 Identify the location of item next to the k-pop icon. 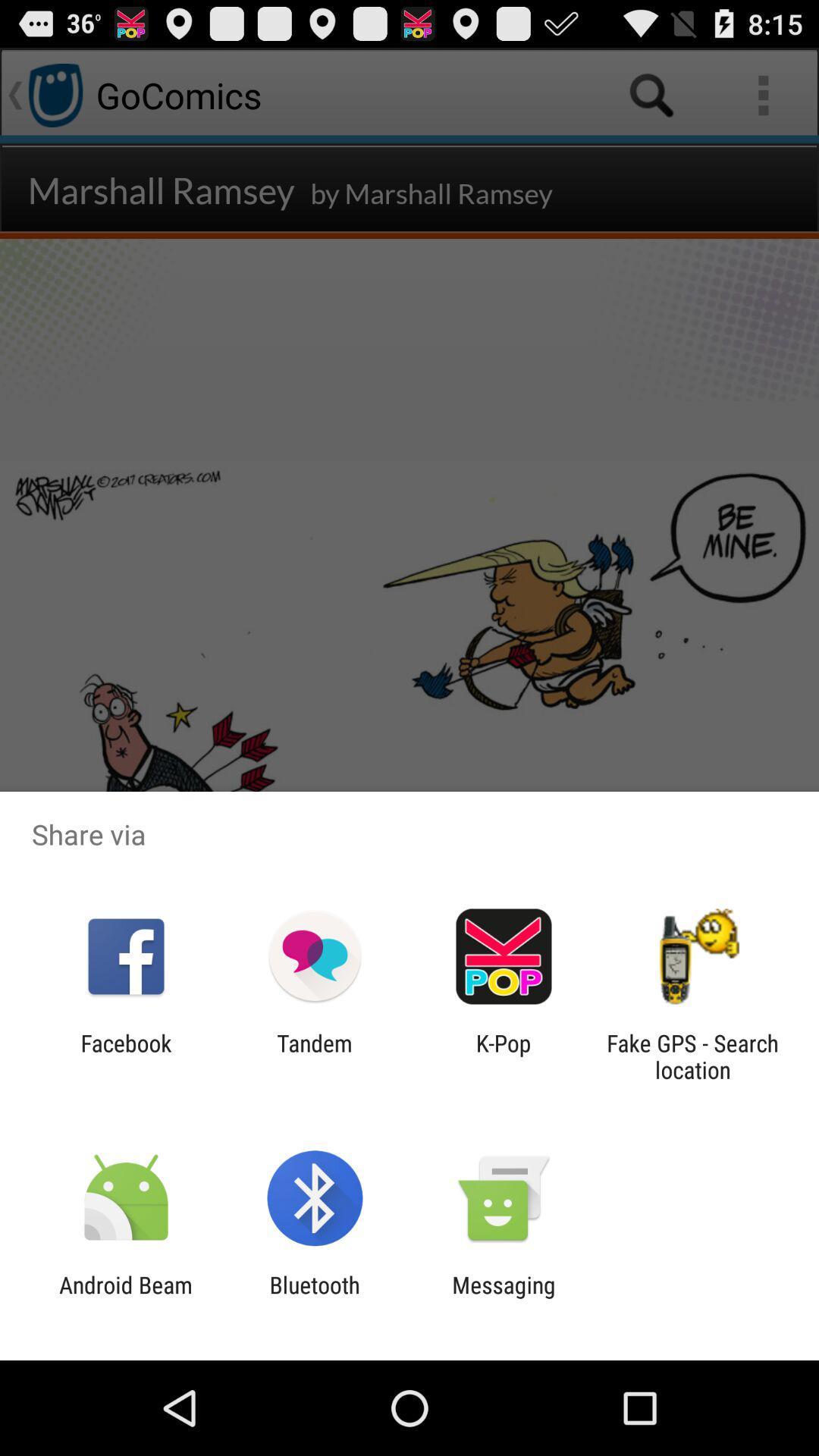
(314, 1056).